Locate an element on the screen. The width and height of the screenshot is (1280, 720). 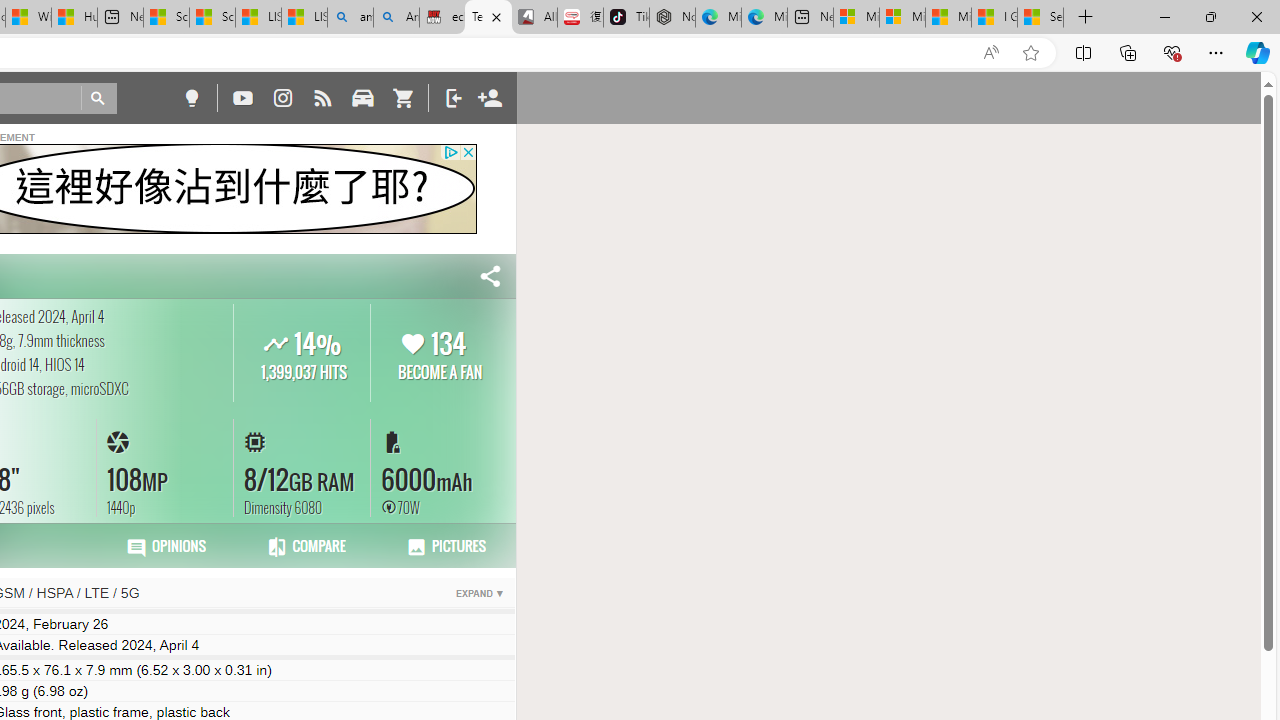
'Huge shark washes ashore at New York City beach | Watch' is located at coordinates (74, 17).